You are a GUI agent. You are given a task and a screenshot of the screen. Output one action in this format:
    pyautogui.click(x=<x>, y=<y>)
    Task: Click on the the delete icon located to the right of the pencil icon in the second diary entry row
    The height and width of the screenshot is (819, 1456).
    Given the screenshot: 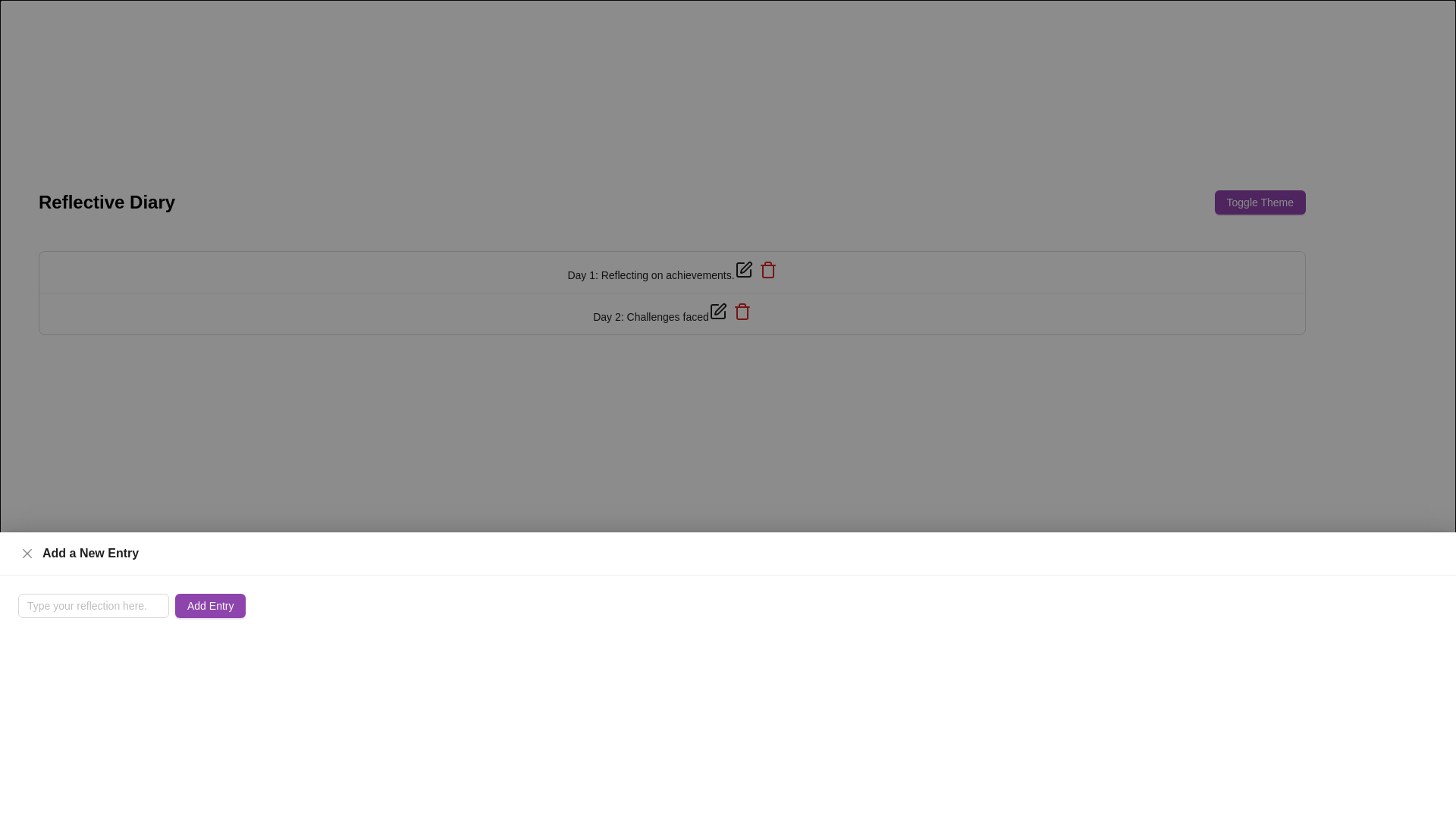 What is the action you would take?
    pyautogui.click(x=742, y=311)
    